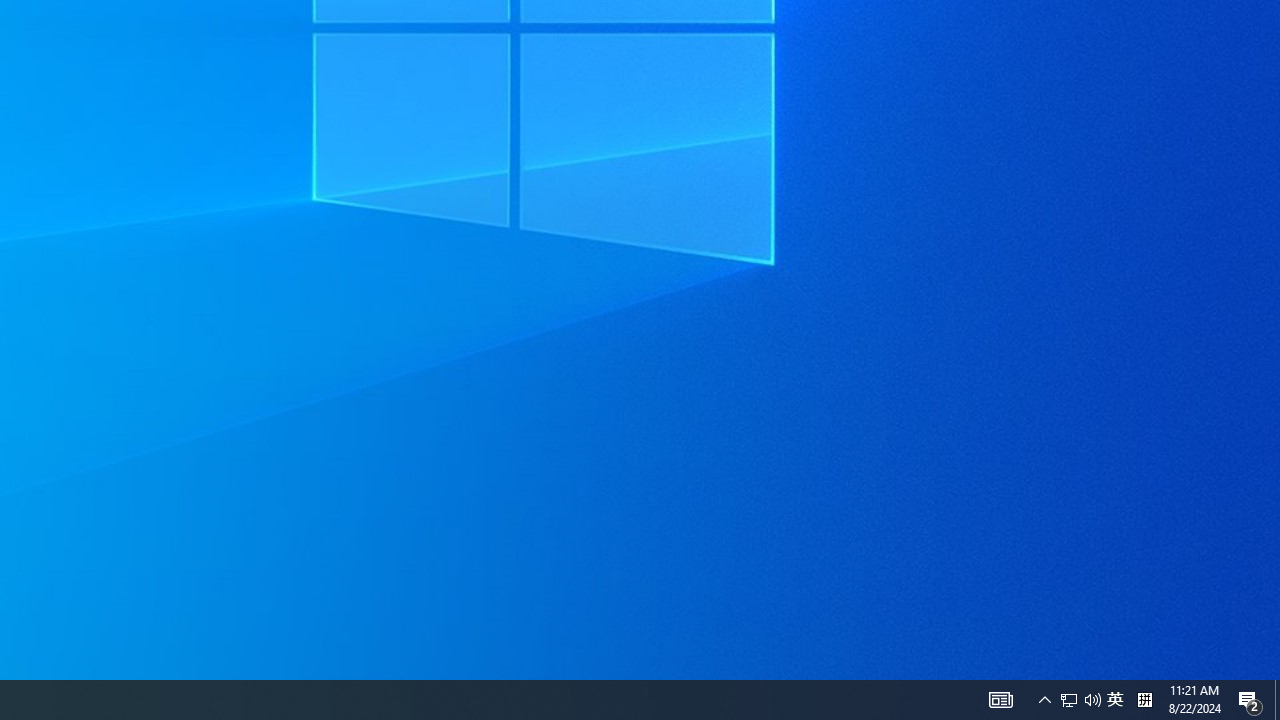 The height and width of the screenshot is (720, 1280). I want to click on 'Action Center, 2 new notifications', so click(1250, 698).